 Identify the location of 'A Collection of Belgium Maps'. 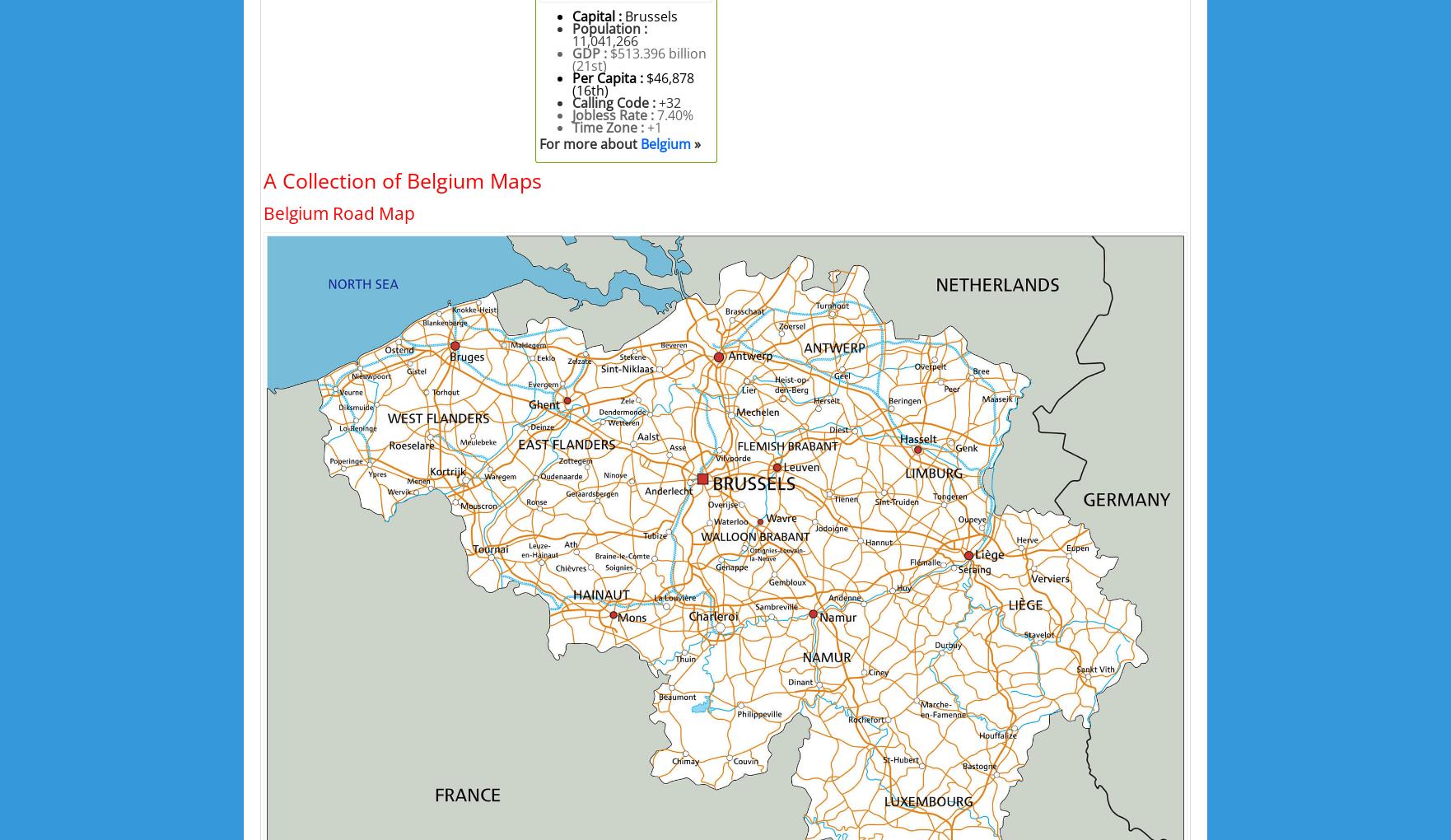
(401, 179).